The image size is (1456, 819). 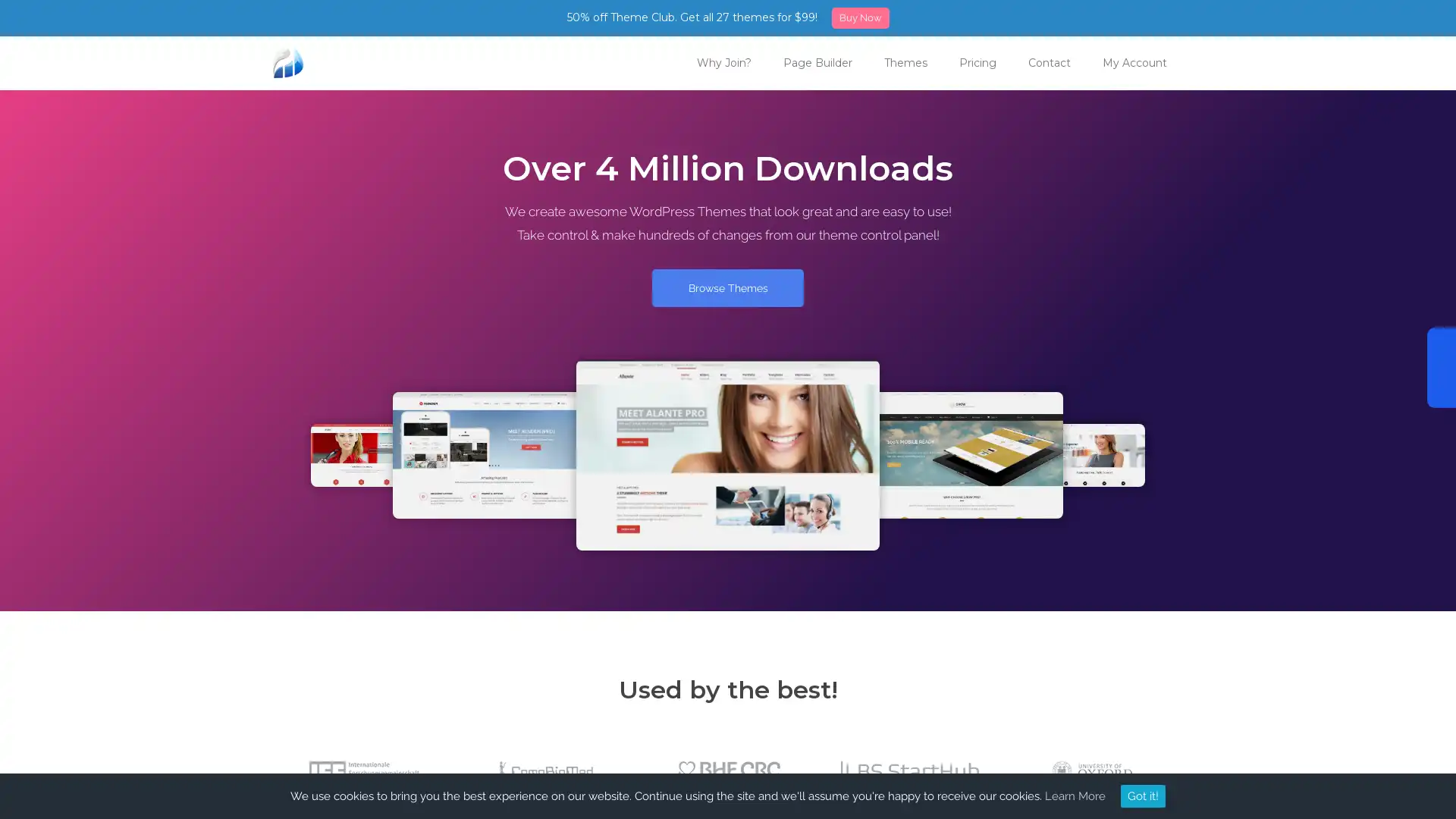 I want to click on Buy Now, so click(x=859, y=17).